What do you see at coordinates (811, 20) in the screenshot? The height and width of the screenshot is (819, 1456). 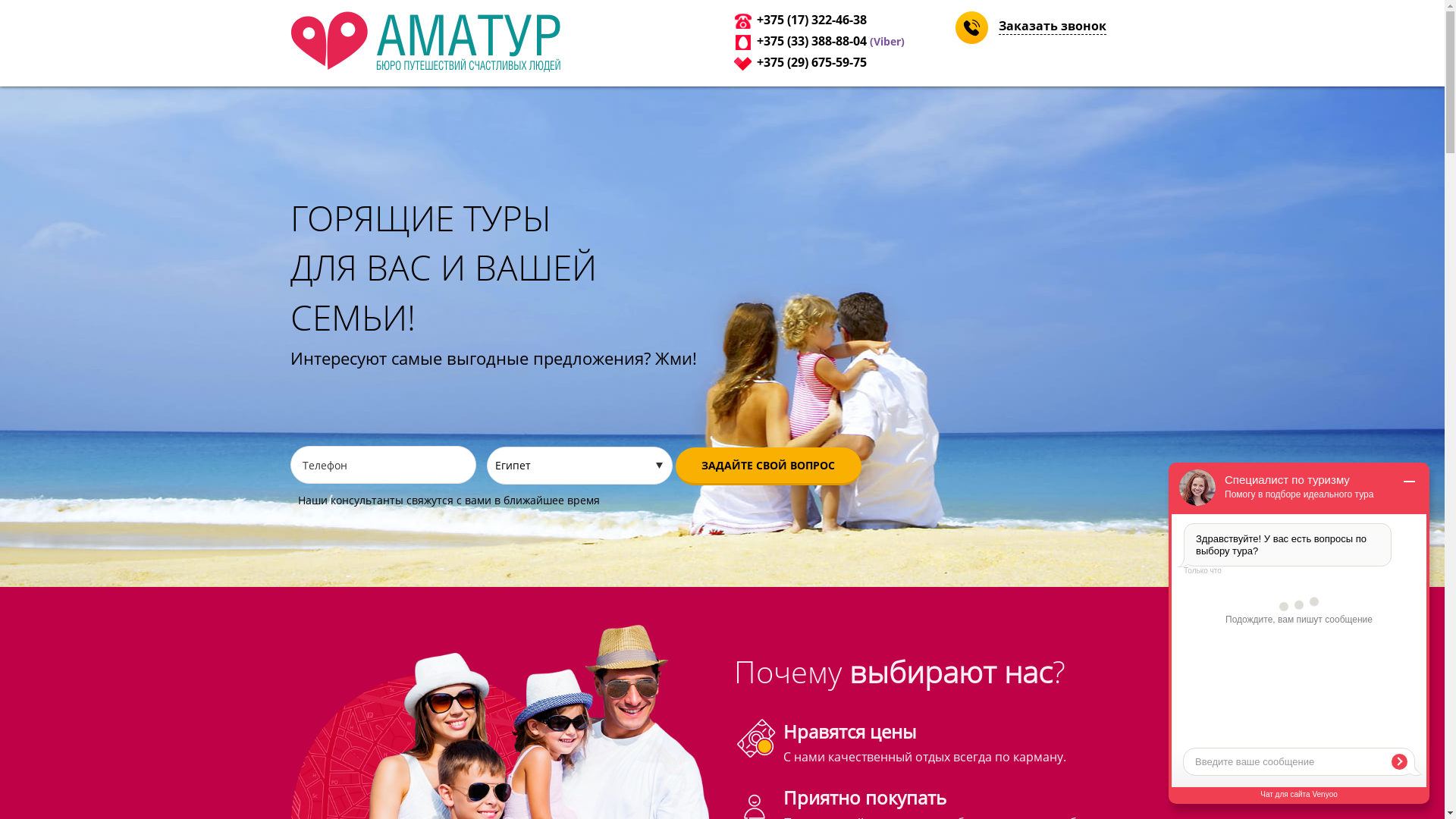 I see `'+375 (17) 322-46-38'` at bounding box center [811, 20].